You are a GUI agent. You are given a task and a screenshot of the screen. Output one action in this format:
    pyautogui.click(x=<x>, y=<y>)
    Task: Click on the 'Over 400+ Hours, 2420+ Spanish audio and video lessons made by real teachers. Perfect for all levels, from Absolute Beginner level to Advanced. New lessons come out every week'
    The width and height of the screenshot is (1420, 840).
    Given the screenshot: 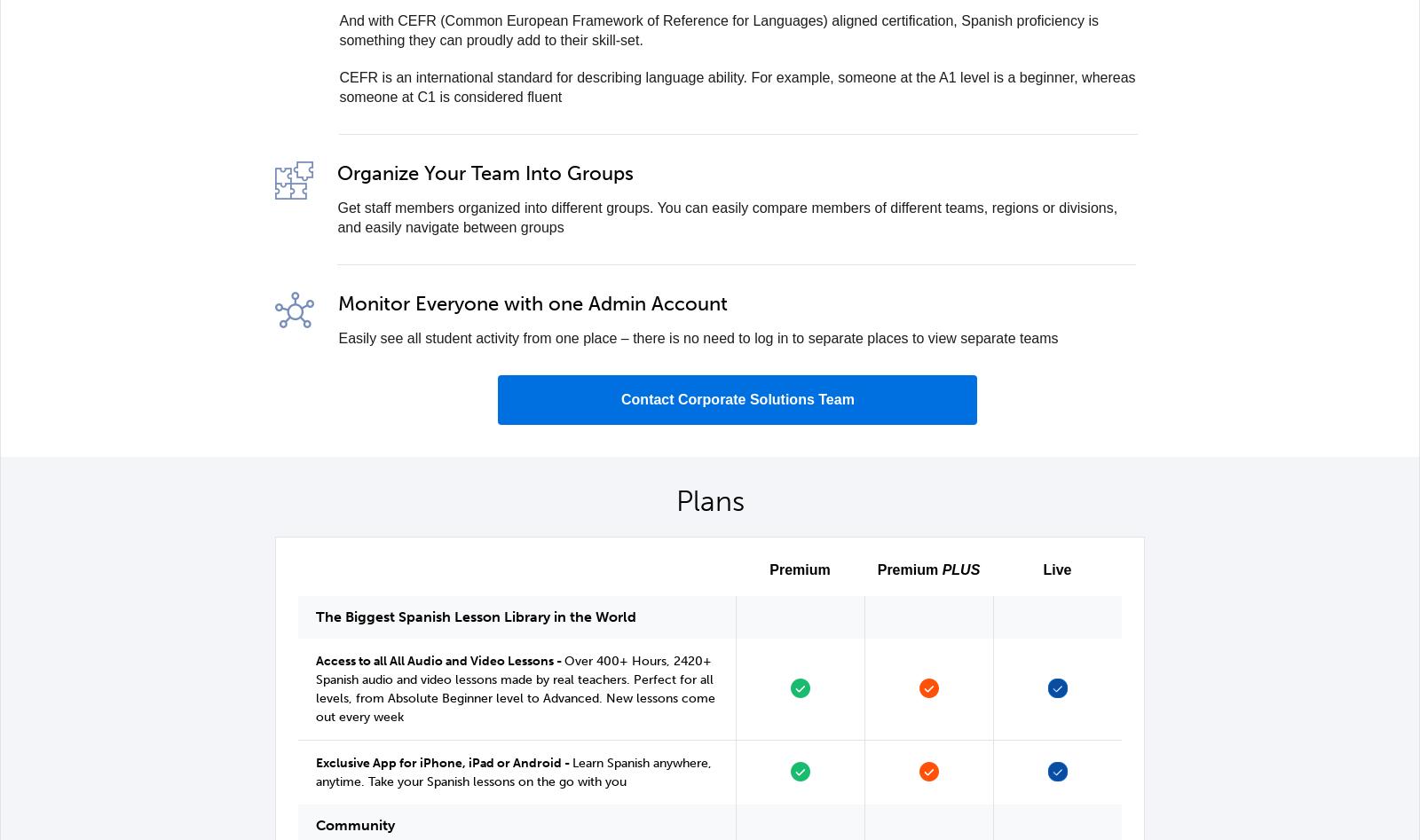 What is the action you would take?
    pyautogui.click(x=514, y=689)
    